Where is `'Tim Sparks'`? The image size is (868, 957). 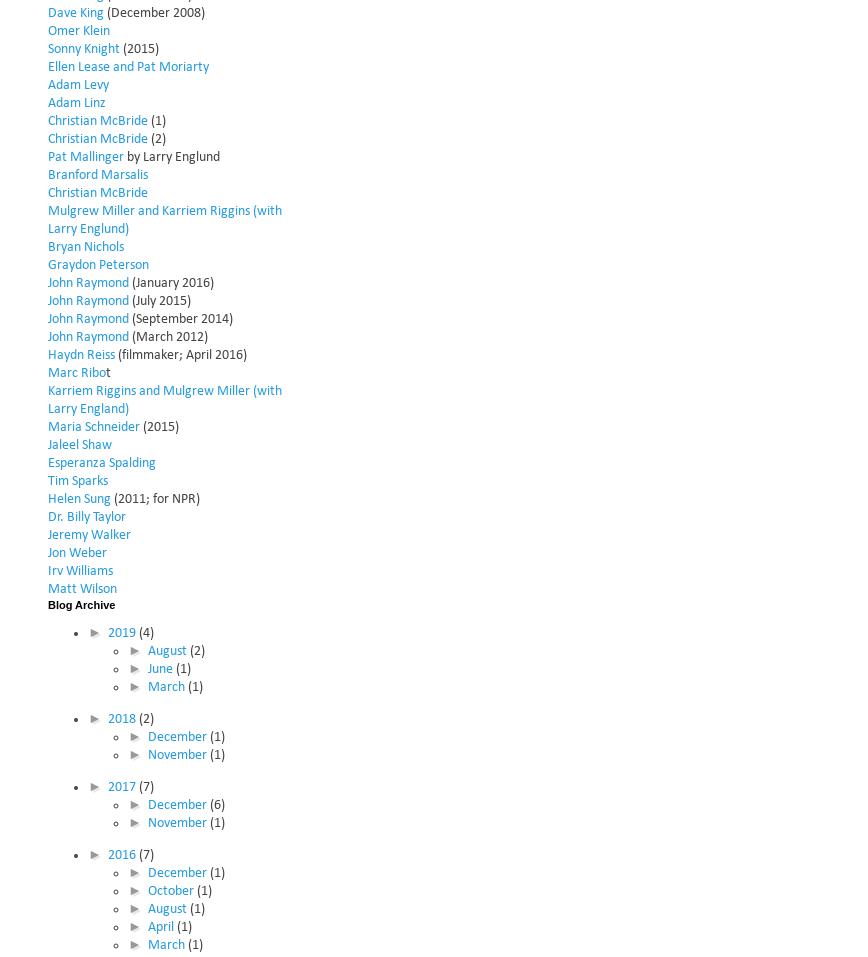
'Tim Sparks' is located at coordinates (48, 480).